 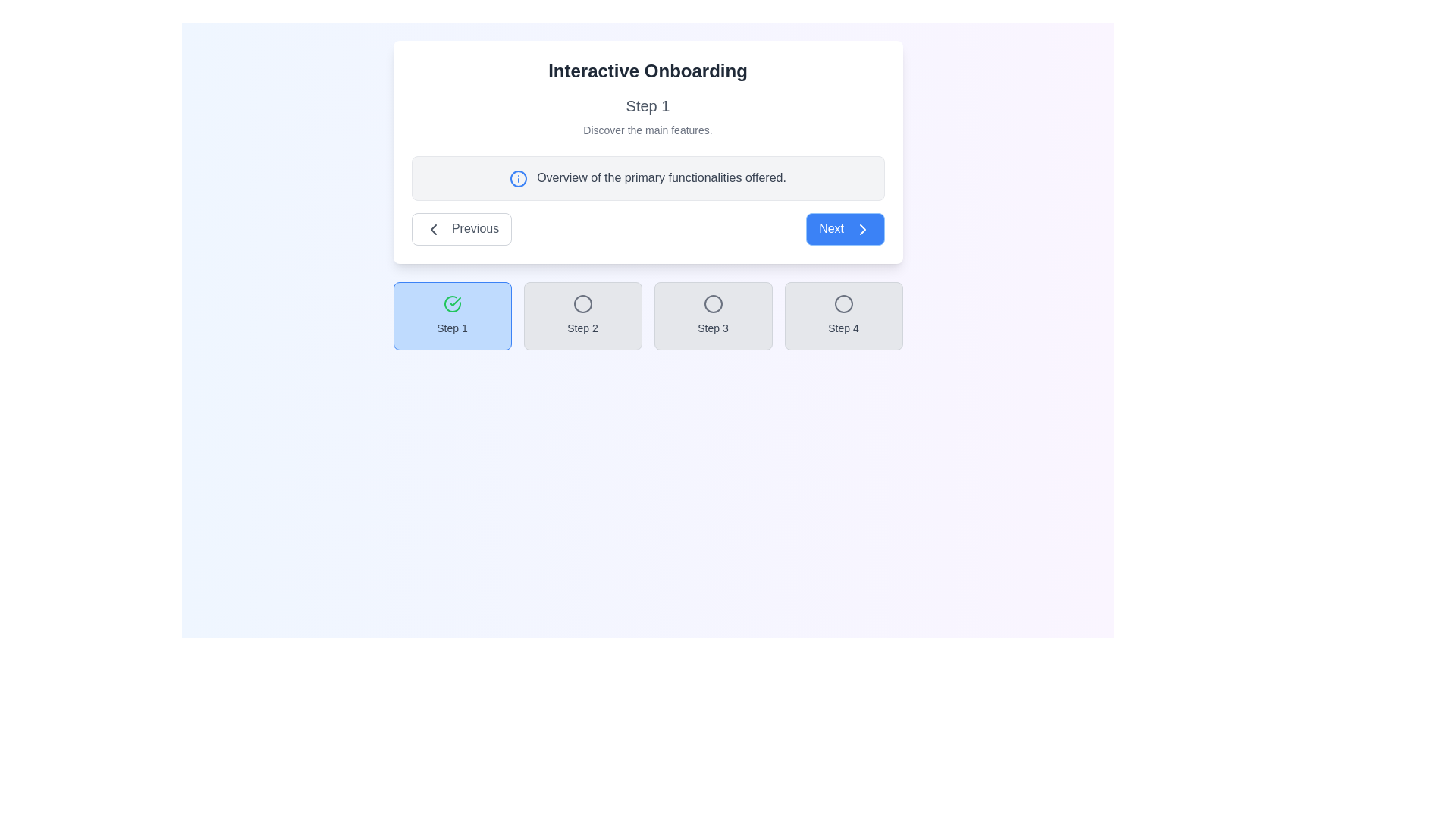 I want to click on the step indicator text display that highlights the current or initial step in the onboarding guide, located centrally under the main heading 'Interactive Onboarding', so click(x=648, y=105).